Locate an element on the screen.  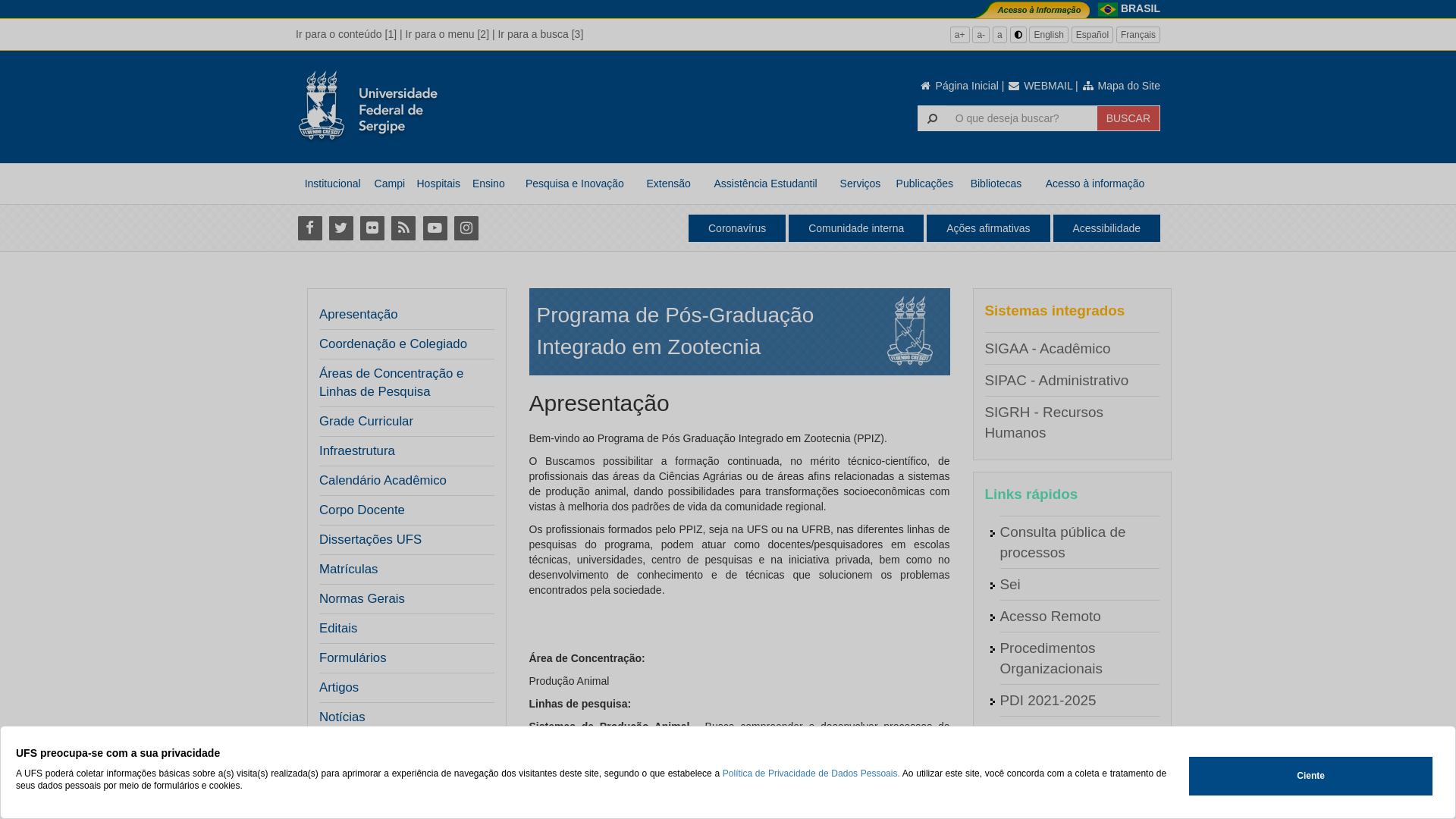
'SIPAC - Administrativo' is located at coordinates (1055, 379).